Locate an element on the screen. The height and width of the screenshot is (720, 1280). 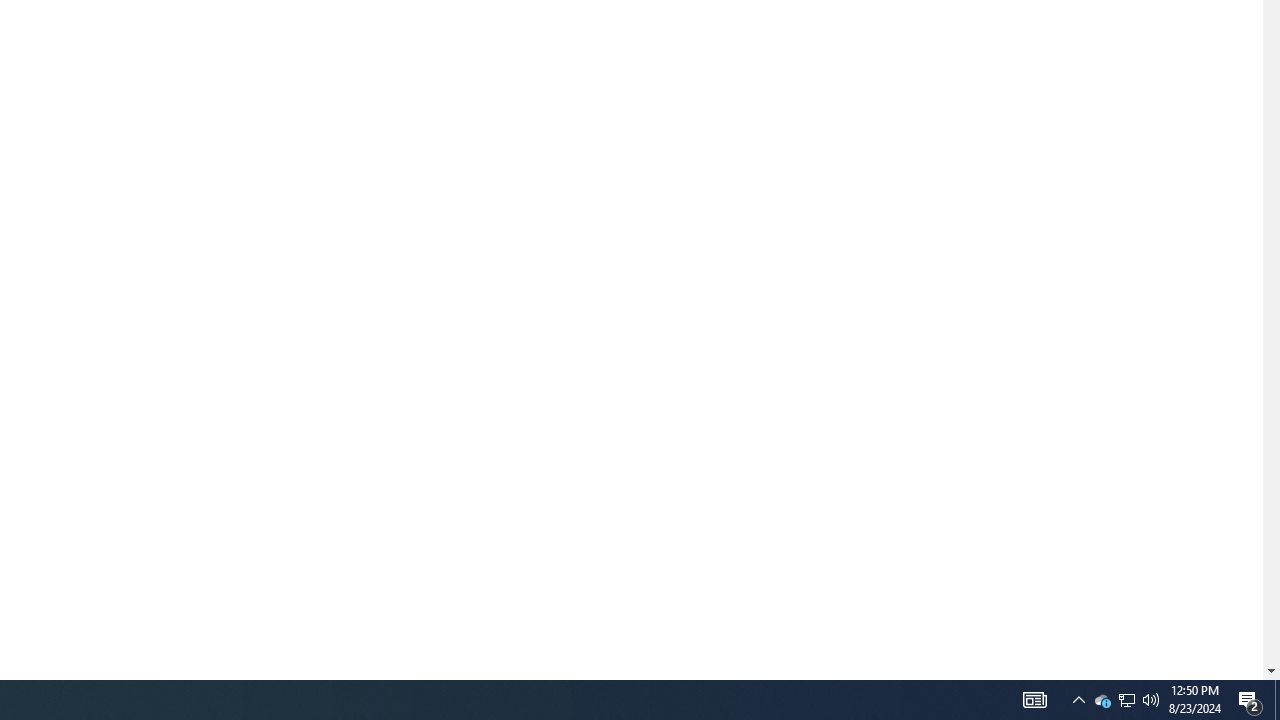
'User Promoted Notification Area' is located at coordinates (1078, 698).